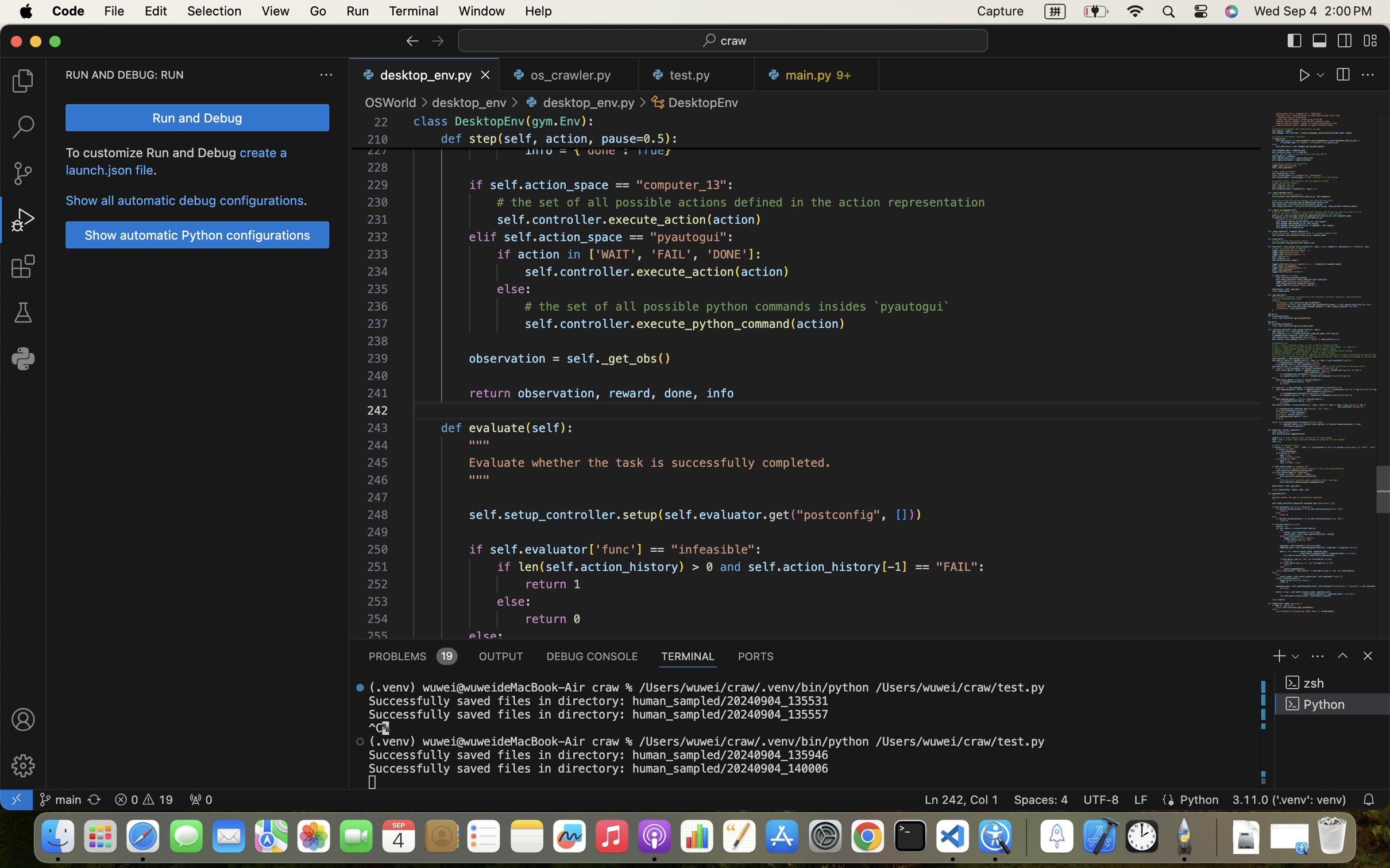  Describe the element at coordinates (1344, 40) in the screenshot. I see `''` at that location.